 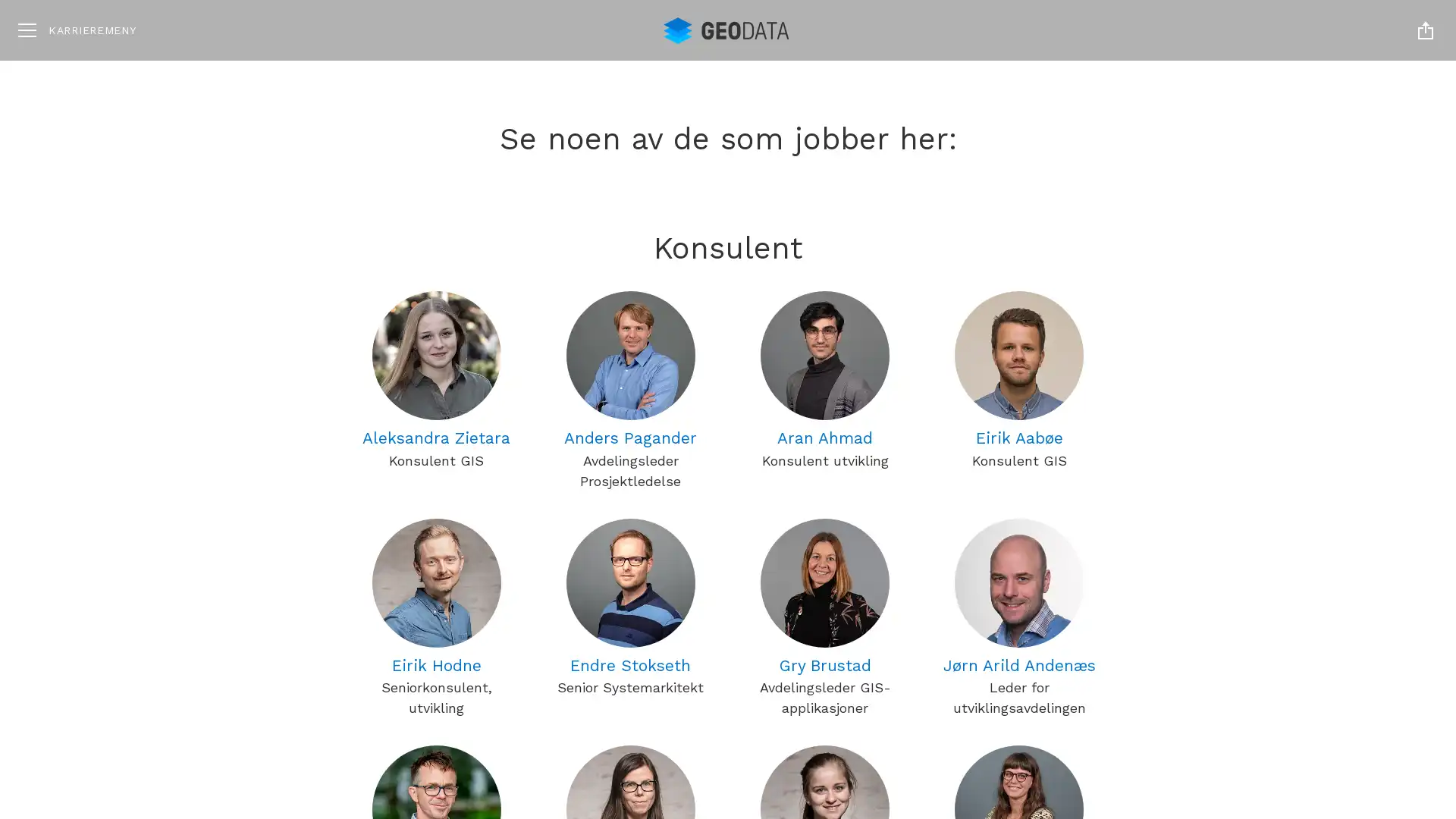 What do you see at coordinates (1282, 693) in the screenshot?
I see `Deaktivere alle` at bounding box center [1282, 693].